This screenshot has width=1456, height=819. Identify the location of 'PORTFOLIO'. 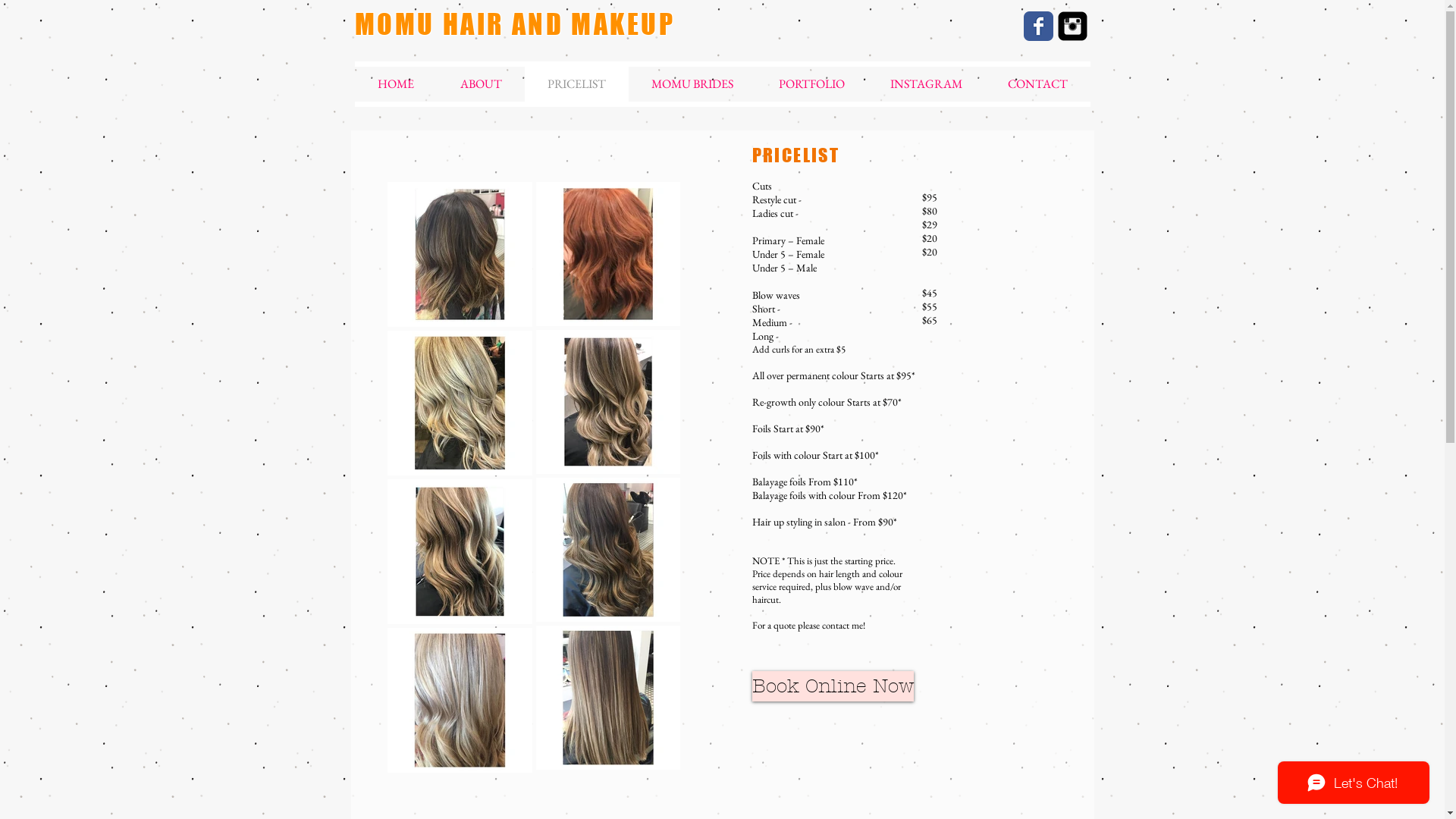
(810, 84).